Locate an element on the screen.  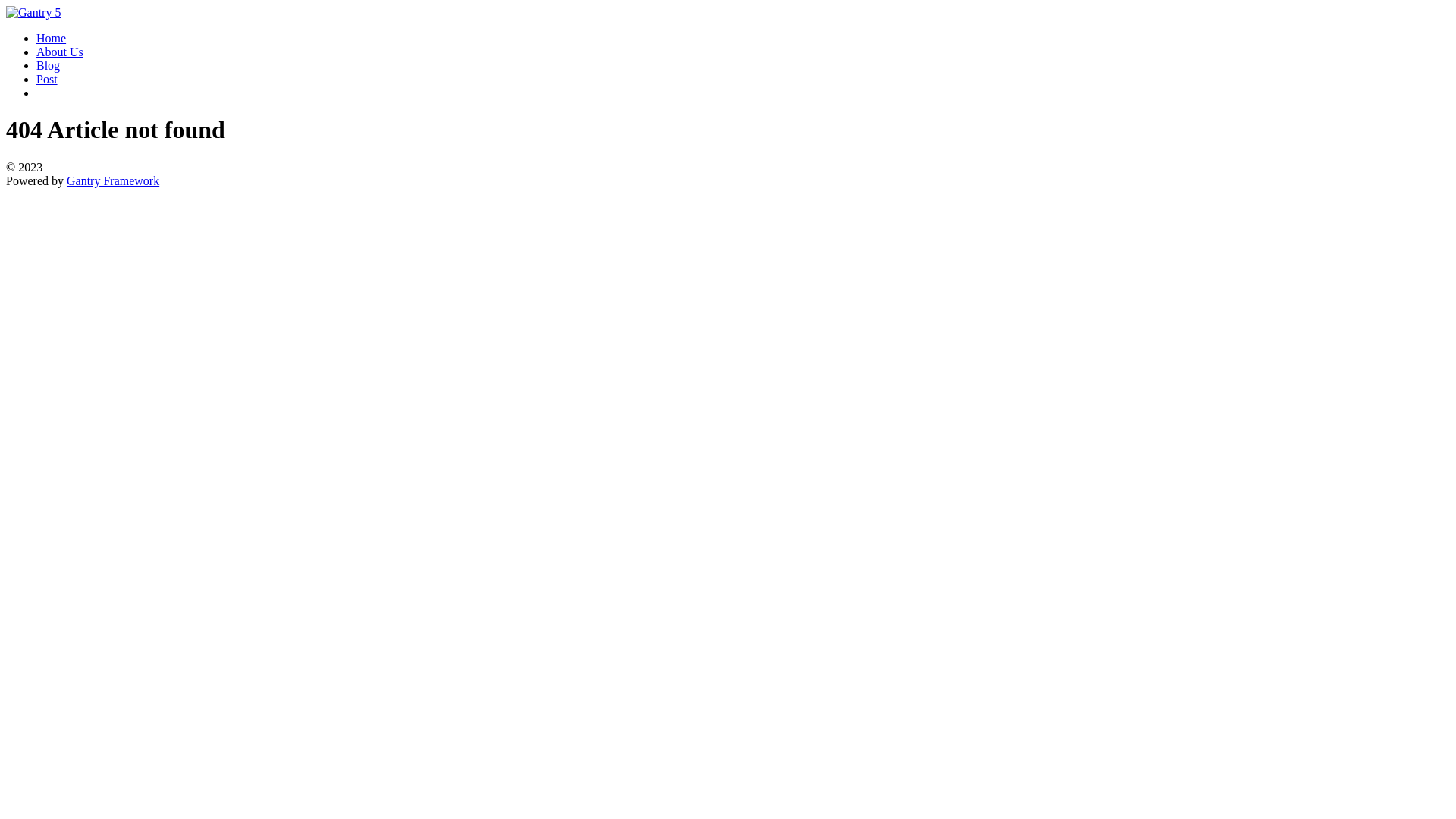
'Home' is located at coordinates (51, 37).